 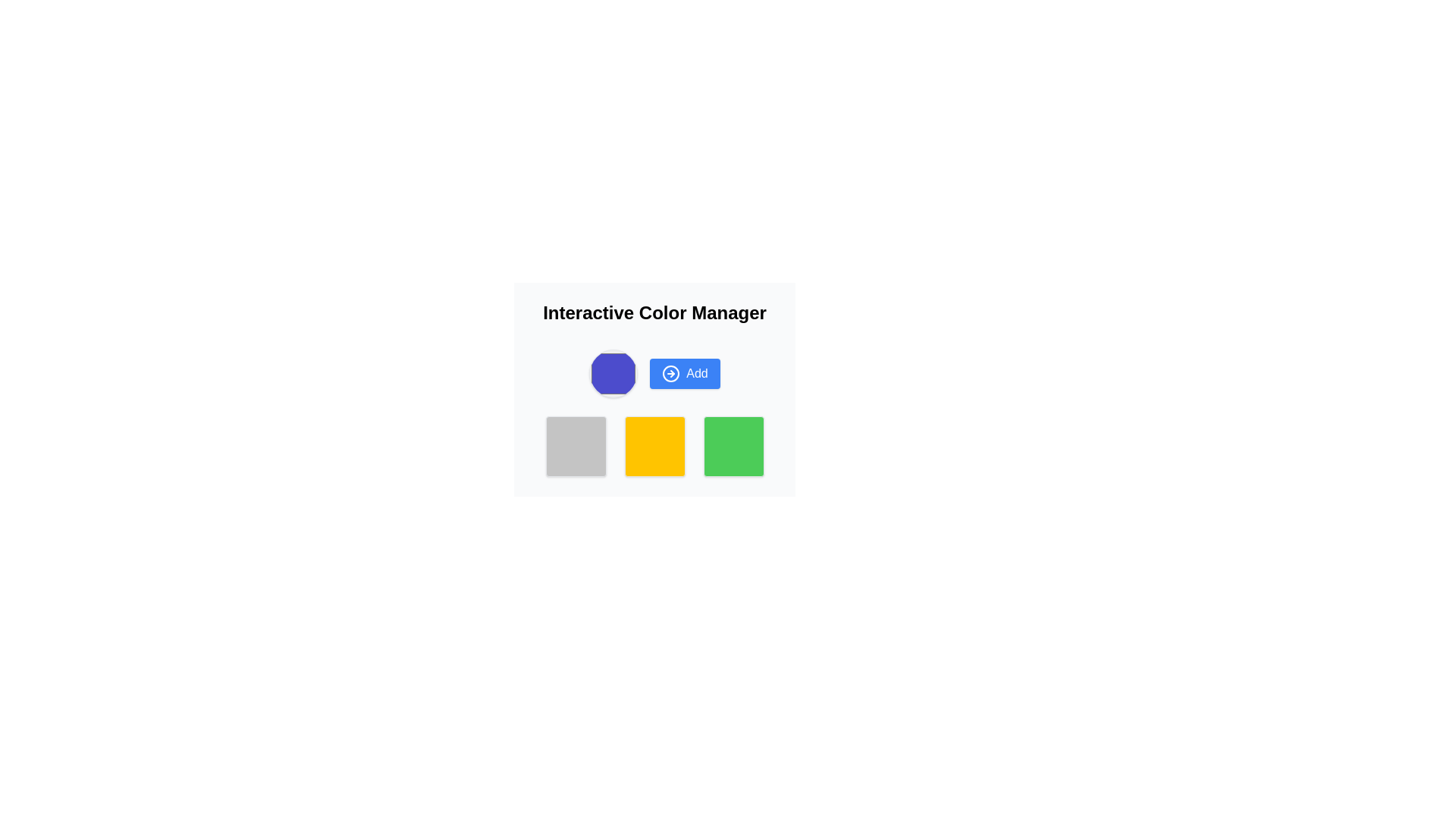 I want to click on the icon inside the 'Add' button located in the top-right section of the interface to highlight or activate the adjacent tooltip, so click(x=670, y=374).